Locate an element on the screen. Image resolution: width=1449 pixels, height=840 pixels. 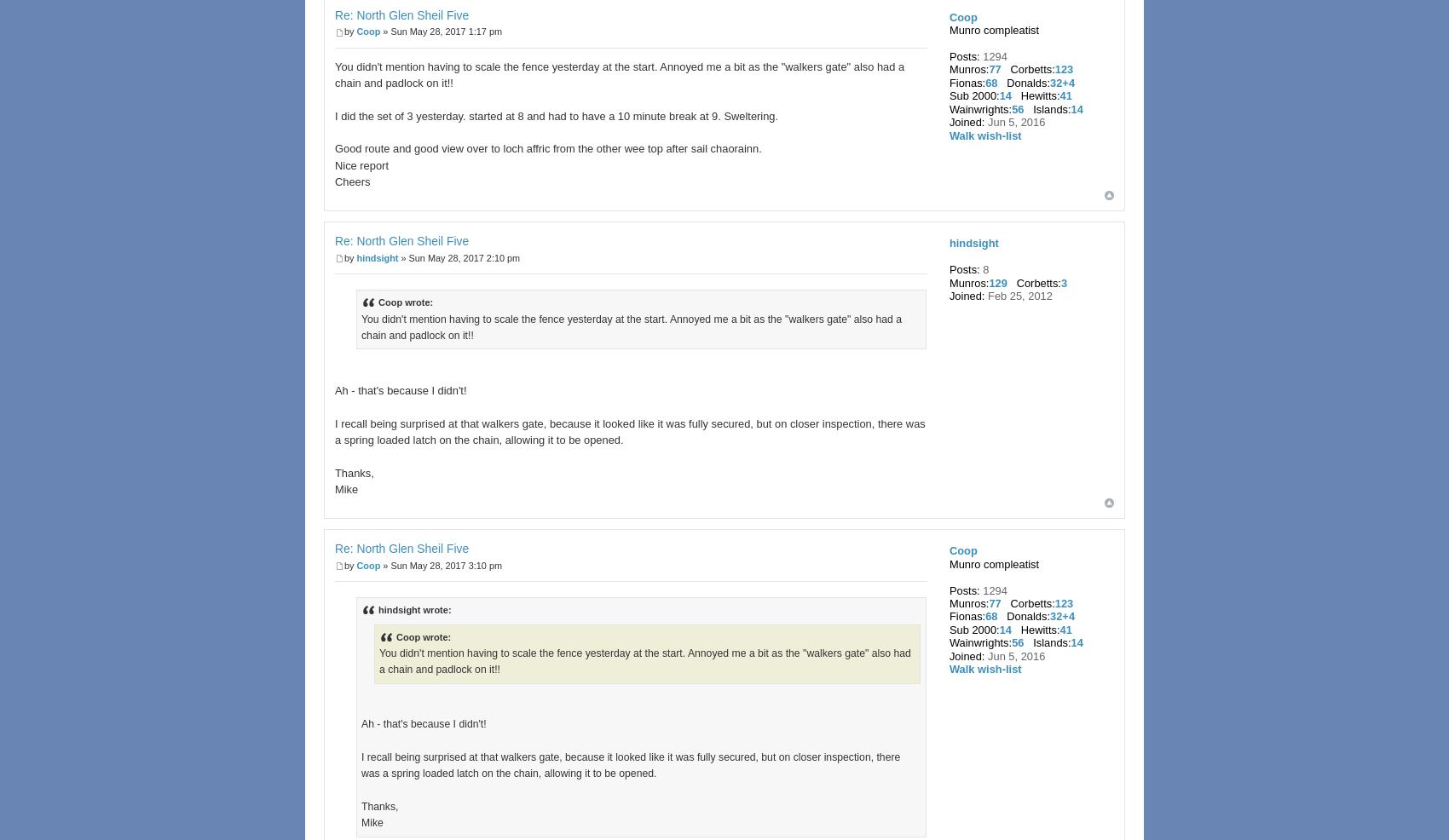
'» Sun May 28, 2017 2:10 pm' is located at coordinates (458, 257).